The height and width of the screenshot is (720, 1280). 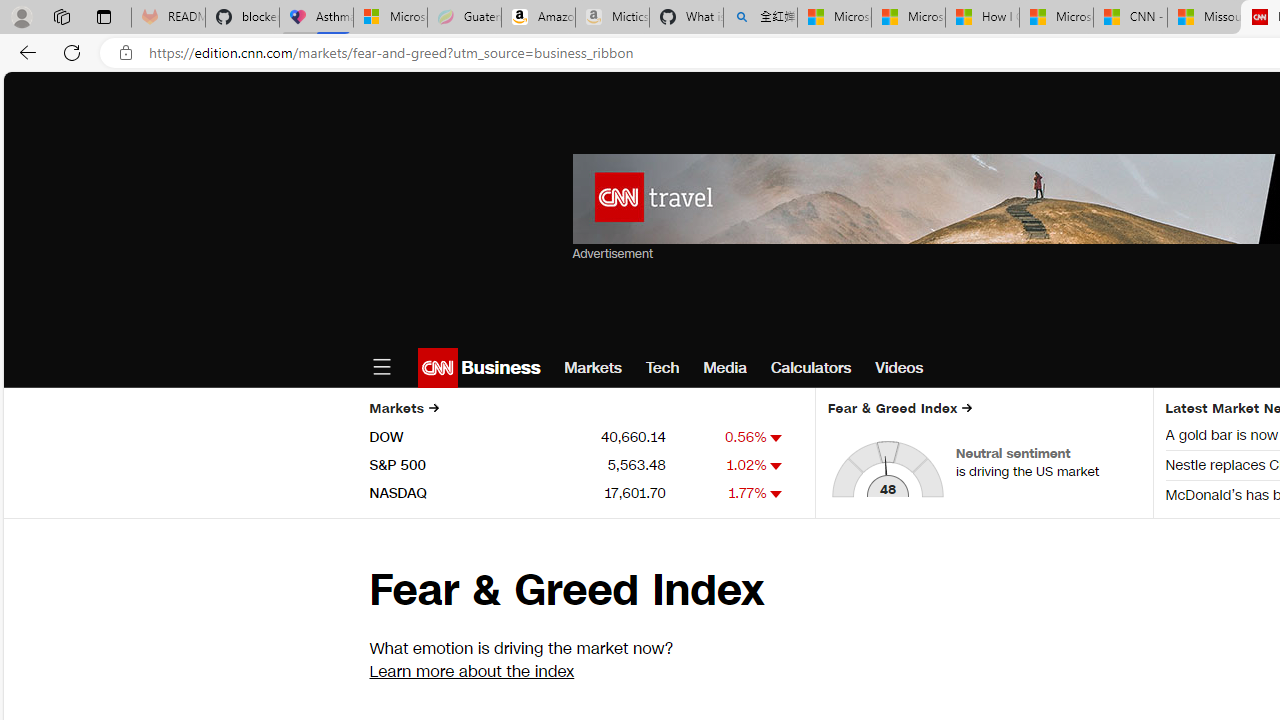 I want to click on 'Markets', so click(x=592, y=367).